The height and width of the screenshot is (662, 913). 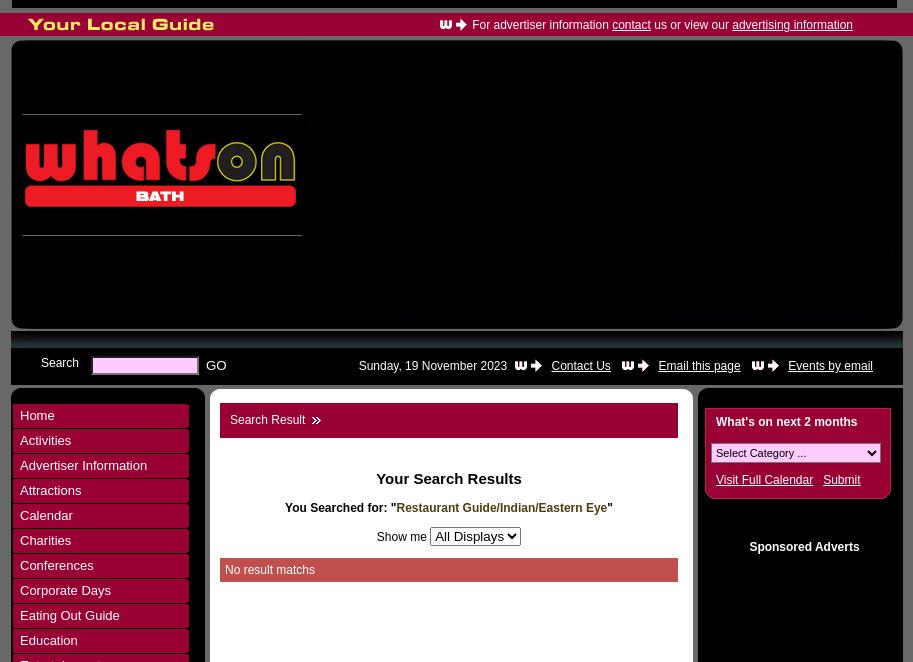 What do you see at coordinates (690, 25) in the screenshot?
I see `'us or view our'` at bounding box center [690, 25].